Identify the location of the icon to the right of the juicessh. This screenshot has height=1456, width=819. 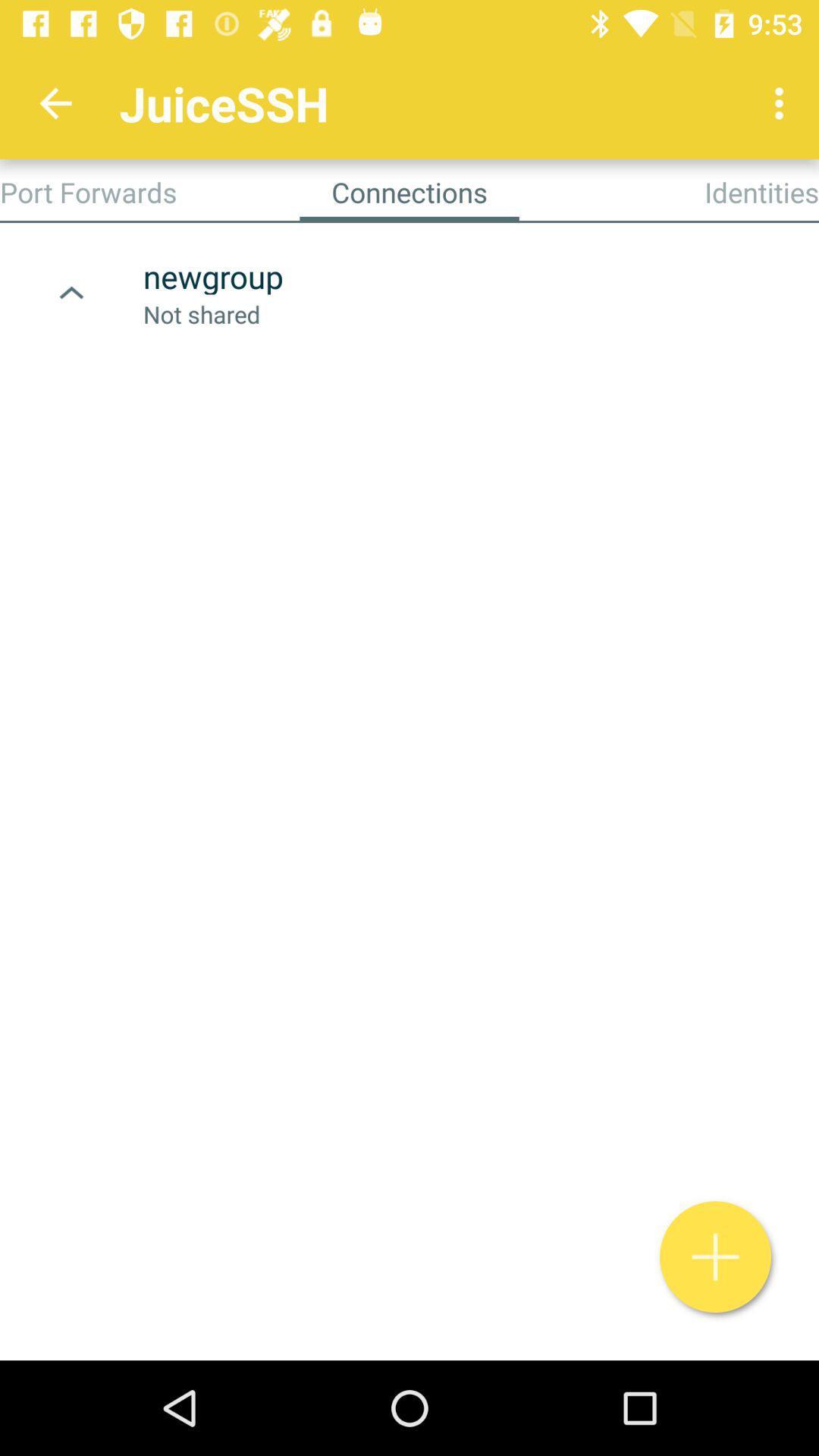
(783, 102).